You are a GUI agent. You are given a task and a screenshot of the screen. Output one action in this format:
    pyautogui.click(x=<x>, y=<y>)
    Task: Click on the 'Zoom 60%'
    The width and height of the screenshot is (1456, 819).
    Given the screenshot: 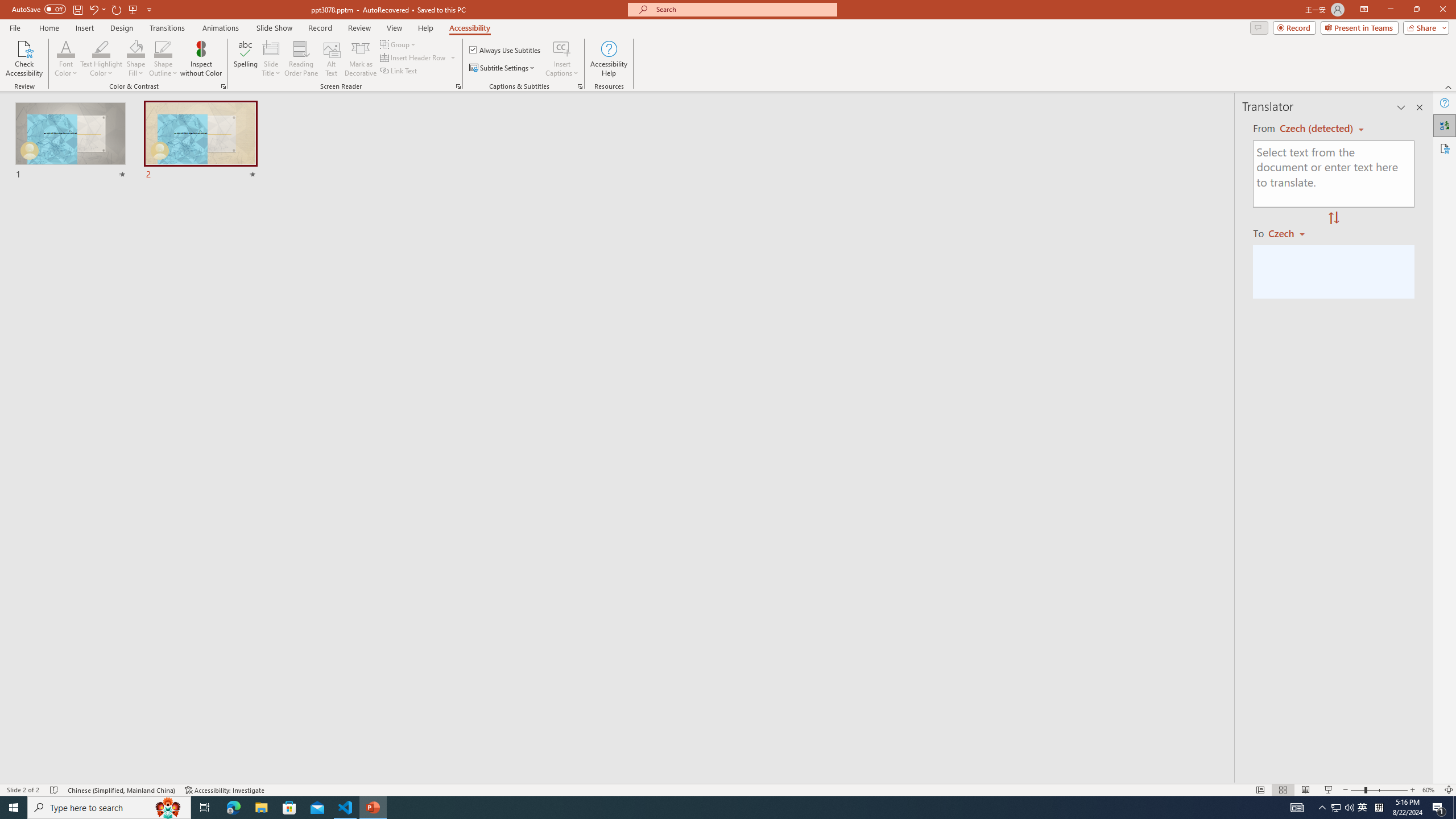 What is the action you would take?
    pyautogui.click(x=1430, y=790)
    